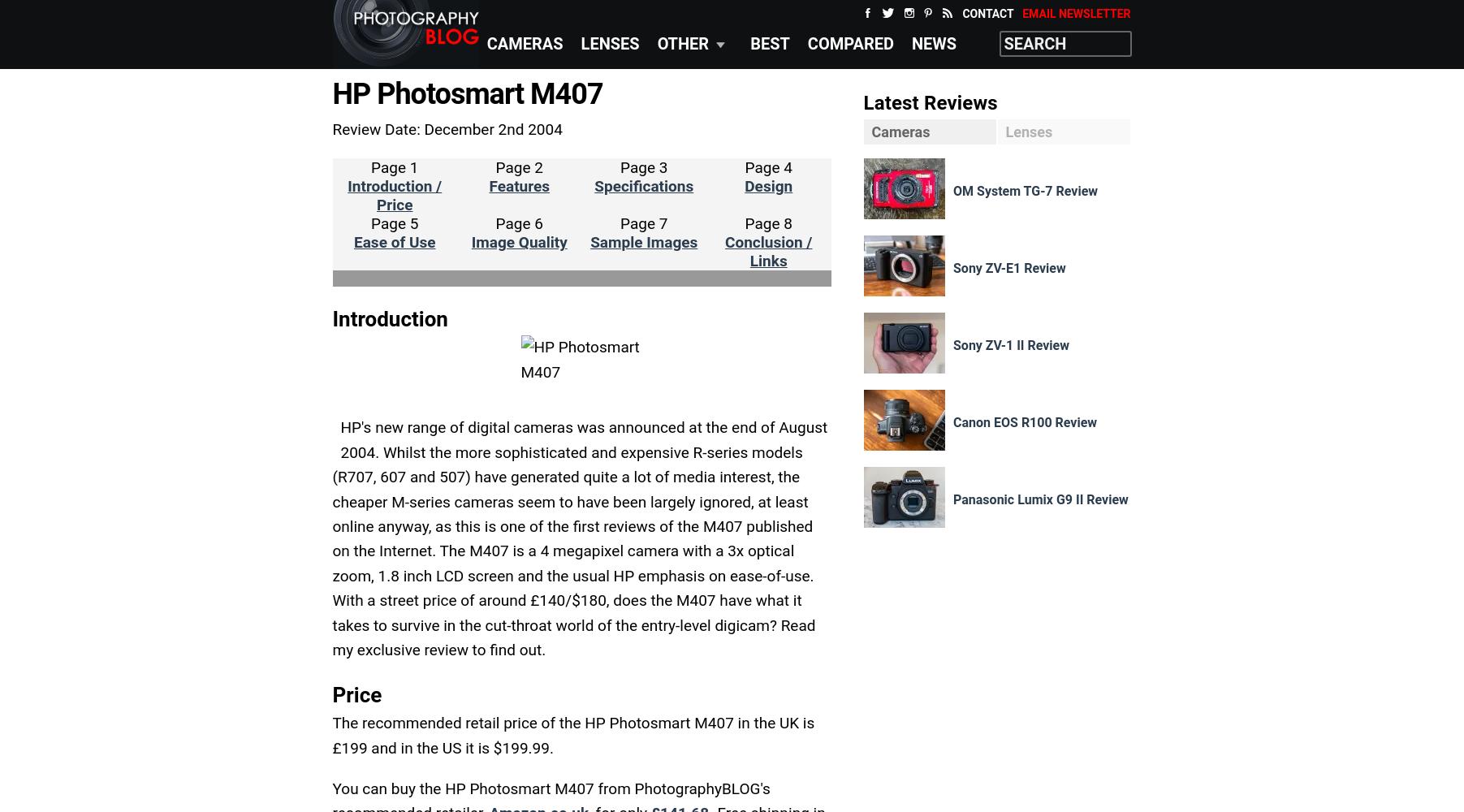  Describe the element at coordinates (805, 44) in the screenshot. I see `'Compared'` at that location.